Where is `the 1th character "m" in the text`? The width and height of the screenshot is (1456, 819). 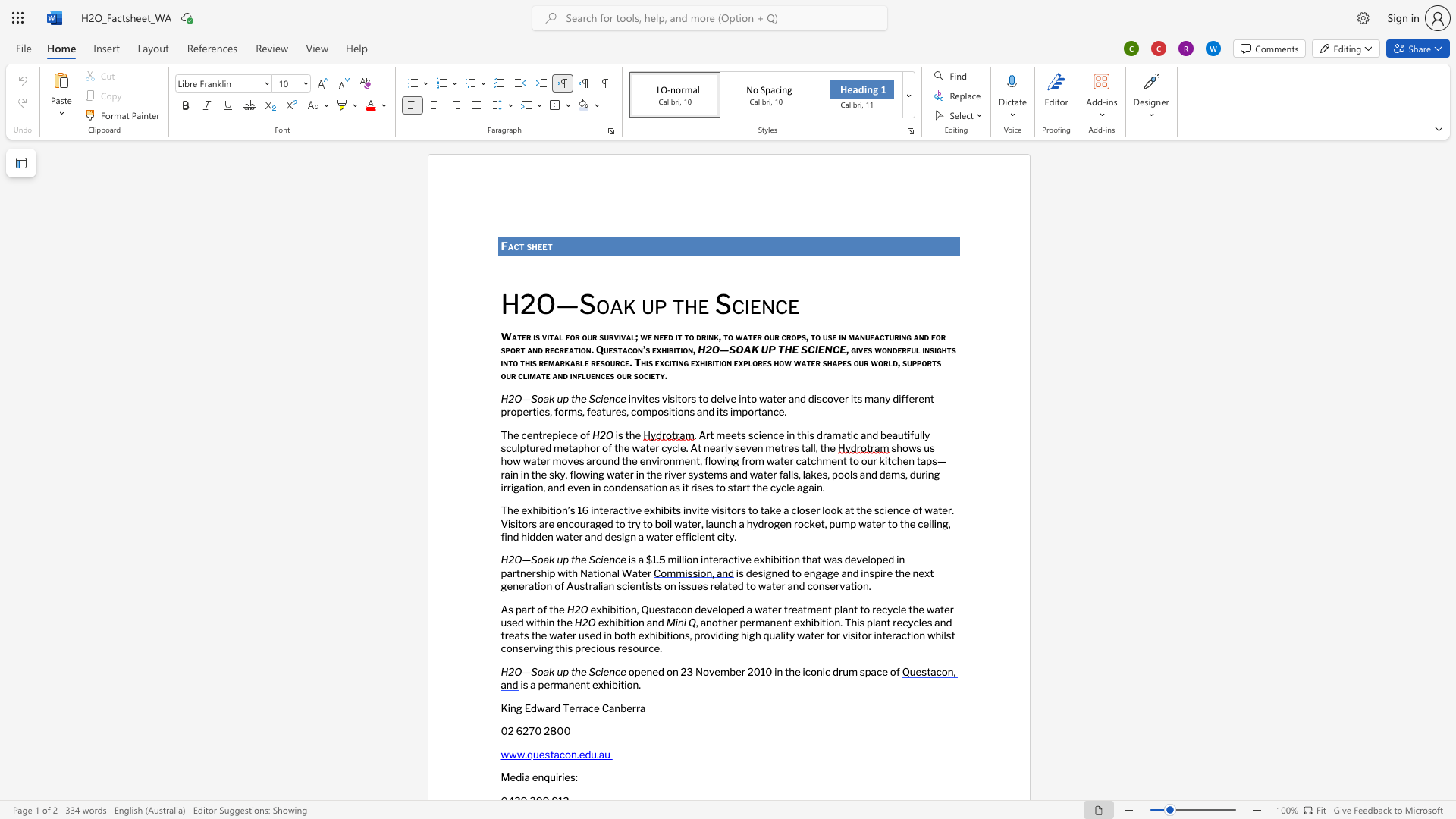 the 1th character "m" in the text is located at coordinates (760, 622).